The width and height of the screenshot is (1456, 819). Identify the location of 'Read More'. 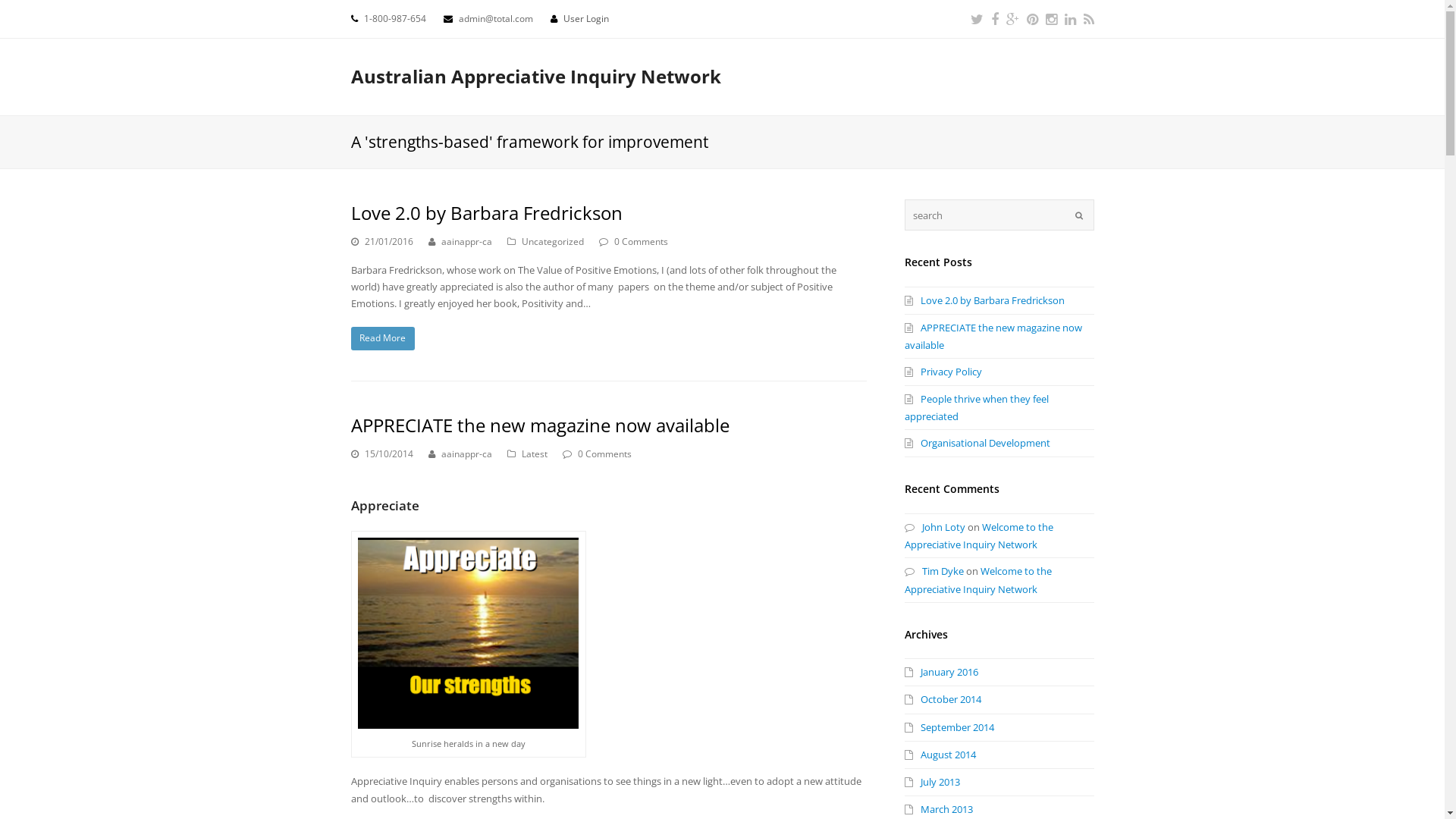
(382, 337).